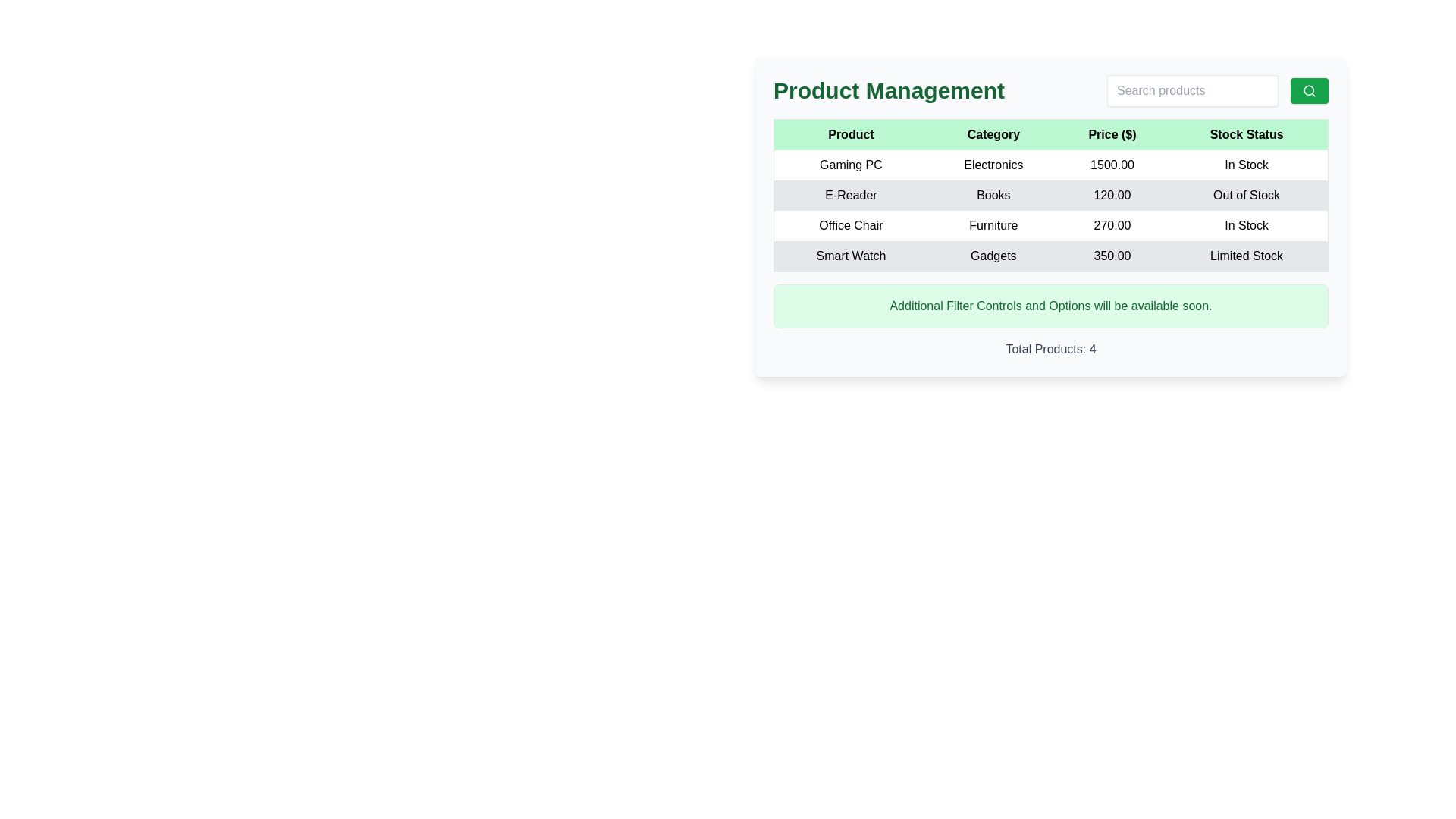 Image resolution: width=1456 pixels, height=819 pixels. What do you see at coordinates (1247, 256) in the screenshot?
I see `the 'Limited Stock' text label in the 'Stock Status' column of the product table for the 'Smart Watch' item, which is located in the far right of the row` at bounding box center [1247, 256].